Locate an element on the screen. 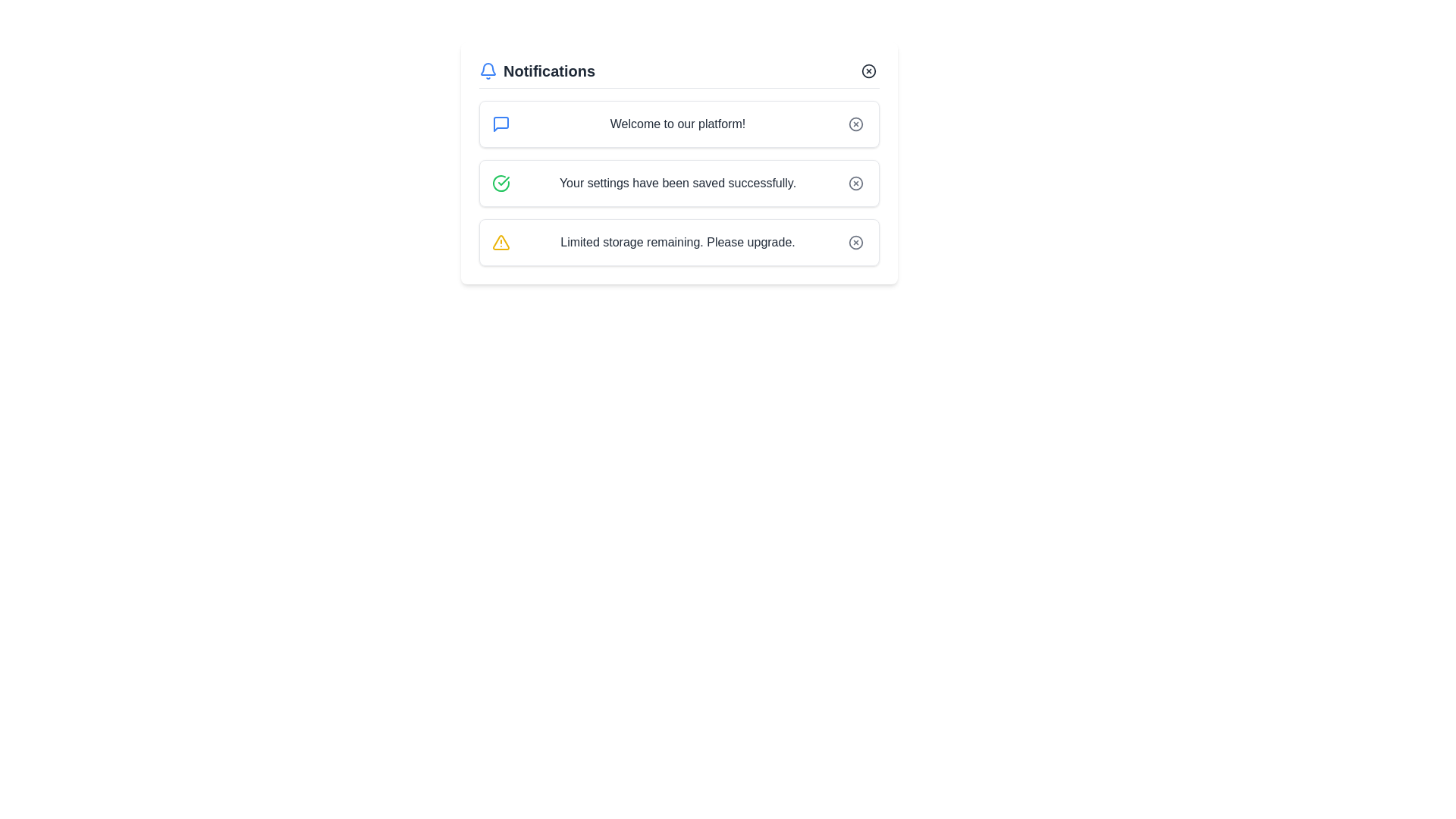 The image size is (1456, 819). the bold, large text label displaying 'Notifications' in dark gray, positioned near the top center of the UI is located at coordinates (548, 71).